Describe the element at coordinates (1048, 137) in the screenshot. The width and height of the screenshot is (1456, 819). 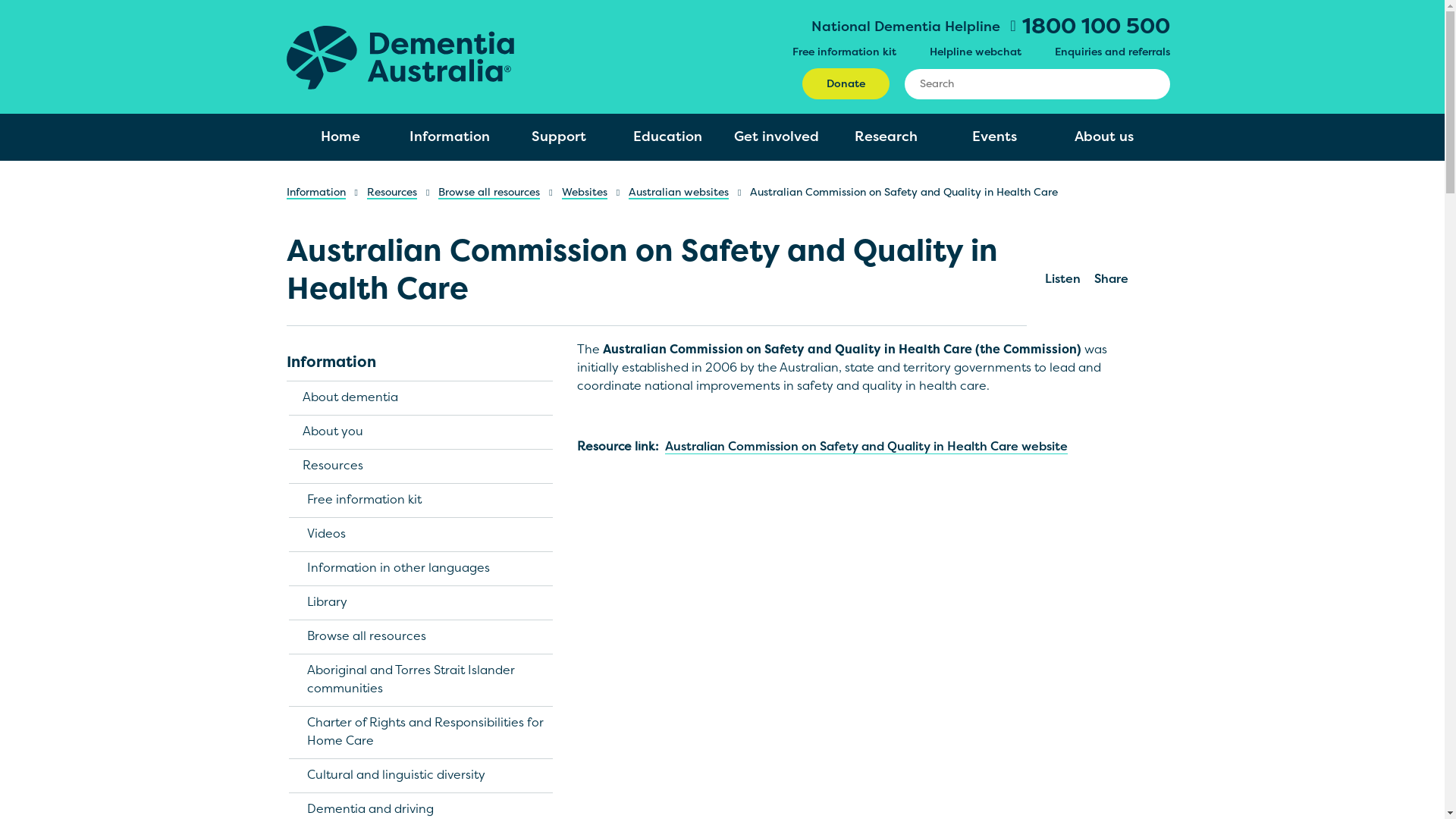
I see `'About us'` at that location.